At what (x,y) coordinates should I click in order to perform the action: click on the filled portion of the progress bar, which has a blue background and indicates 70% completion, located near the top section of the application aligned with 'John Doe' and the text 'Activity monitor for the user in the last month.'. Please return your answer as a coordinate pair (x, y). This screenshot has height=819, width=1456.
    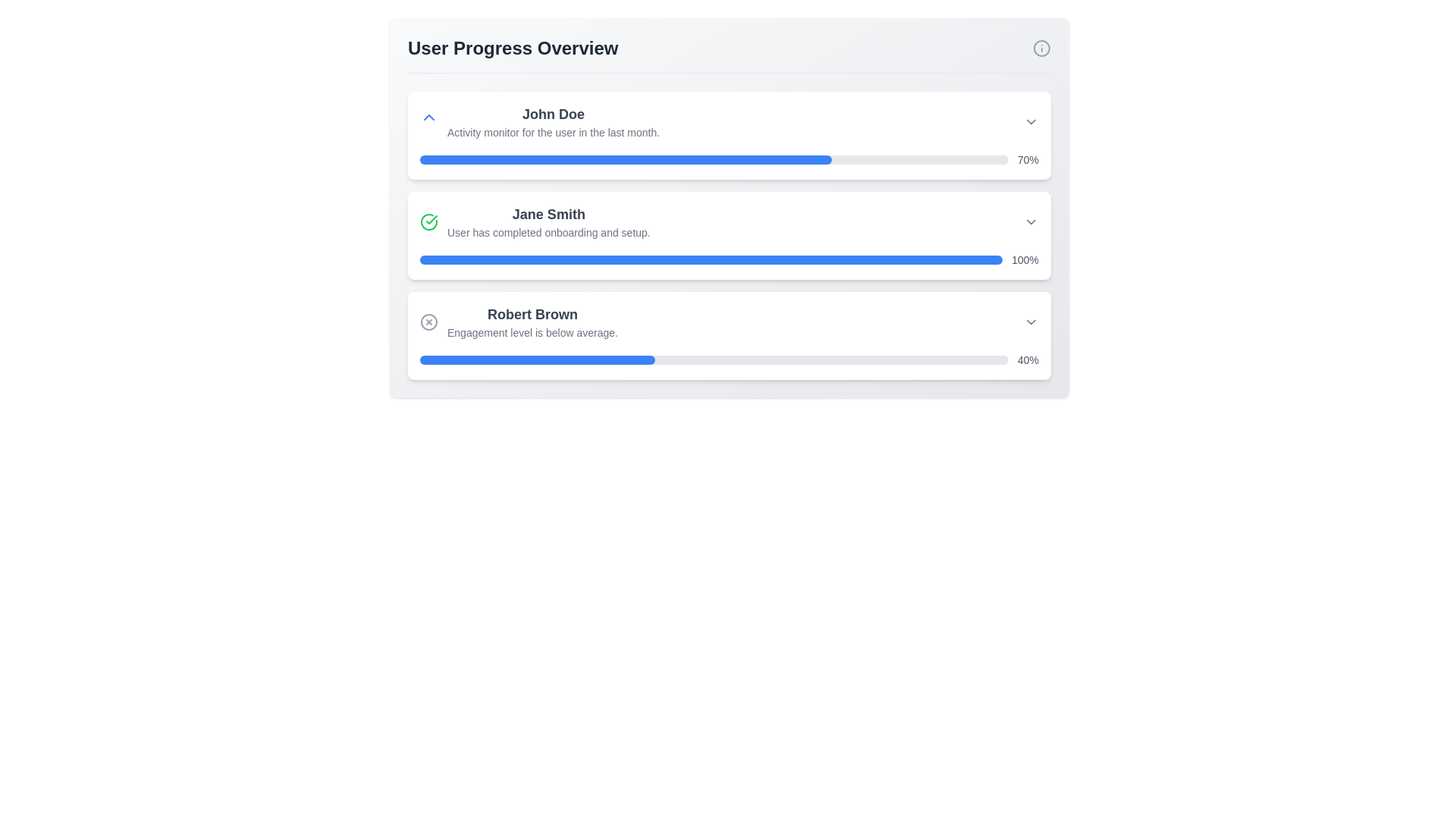
    Looking at the image, I should click on (626, 160).